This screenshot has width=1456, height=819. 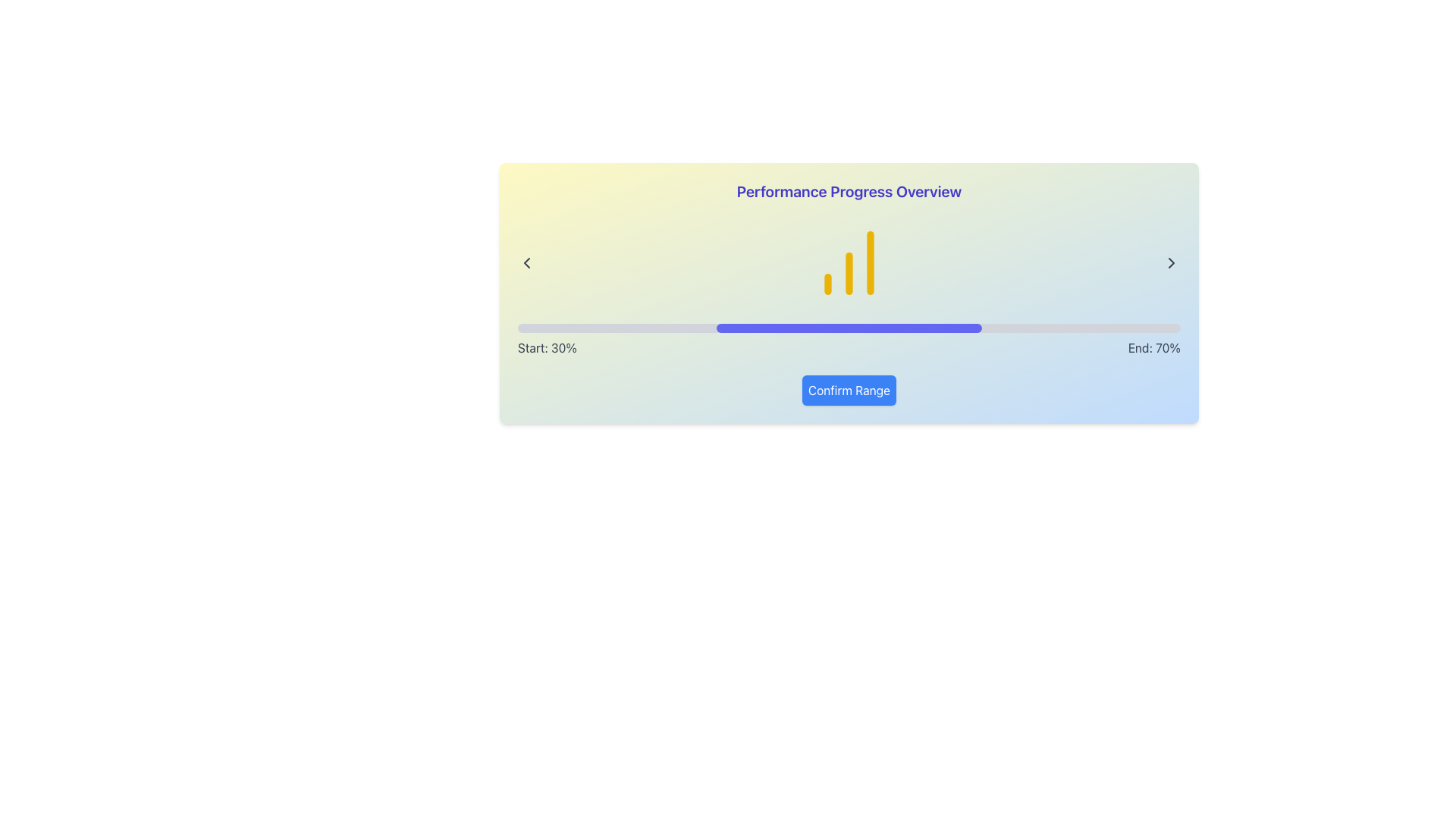 I want to click on the Visual Chart Icon, which is centrally located between the navigation icons, with the text 'Performance Progress Overview' above it, so click(x=848, y=262).